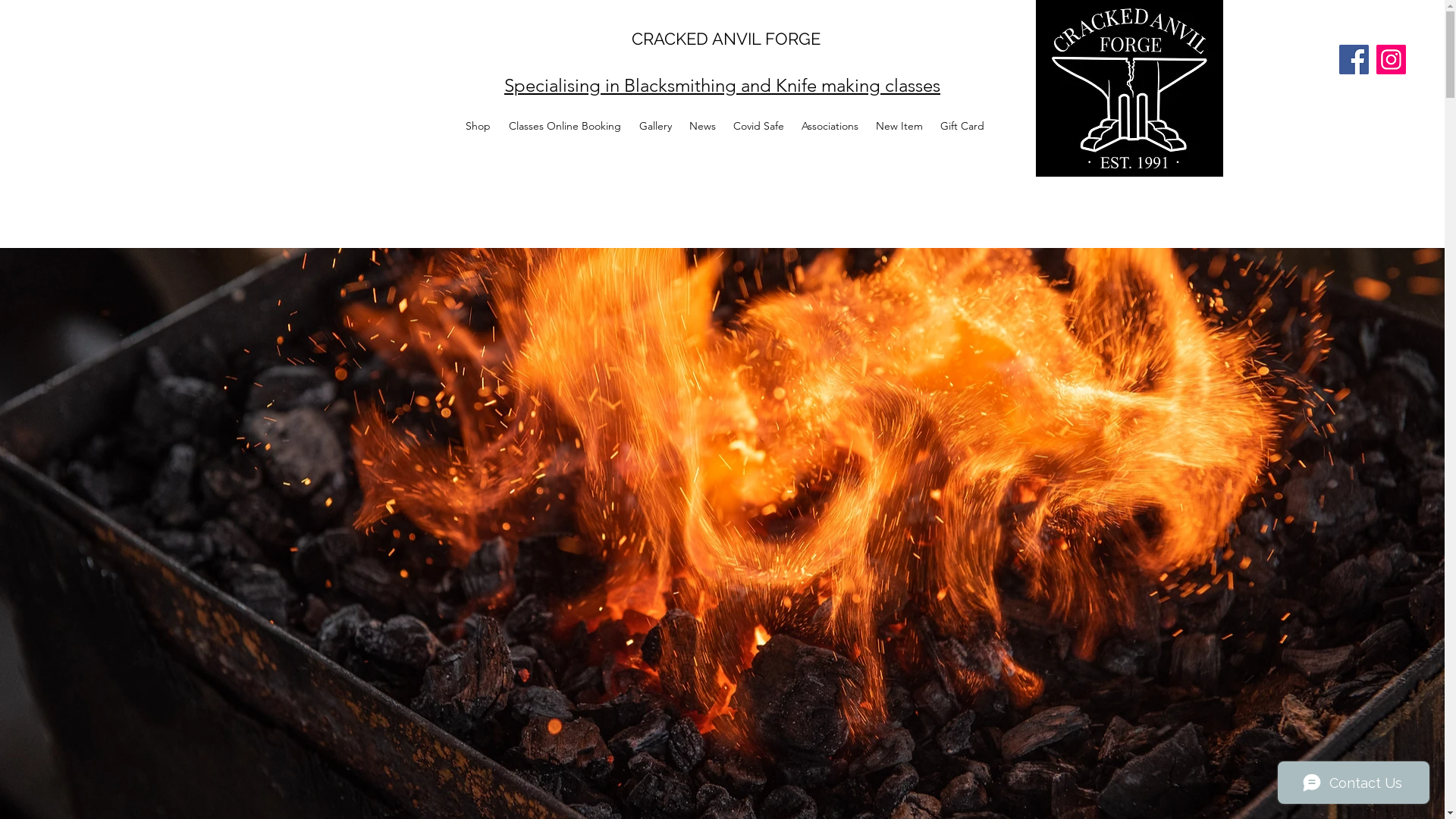 This screenshot has width=1456, height=819. What do you see at coordinates (759, 124) in the screenshot?
I see `'Covid Safe'` at bounding box center [759, 124].